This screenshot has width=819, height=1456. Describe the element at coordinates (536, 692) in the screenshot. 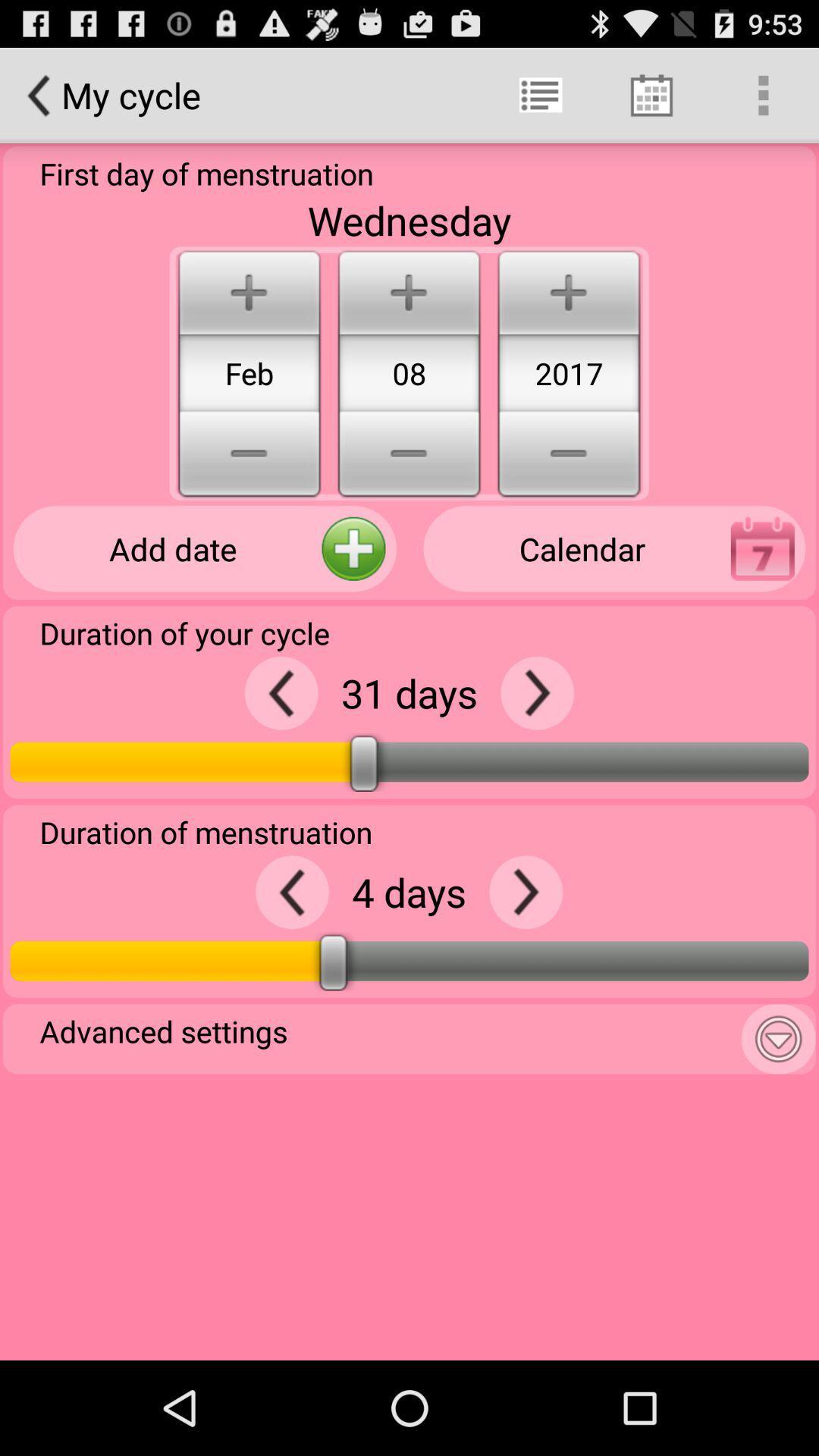

I see `days to duration of your cycle` at that location.